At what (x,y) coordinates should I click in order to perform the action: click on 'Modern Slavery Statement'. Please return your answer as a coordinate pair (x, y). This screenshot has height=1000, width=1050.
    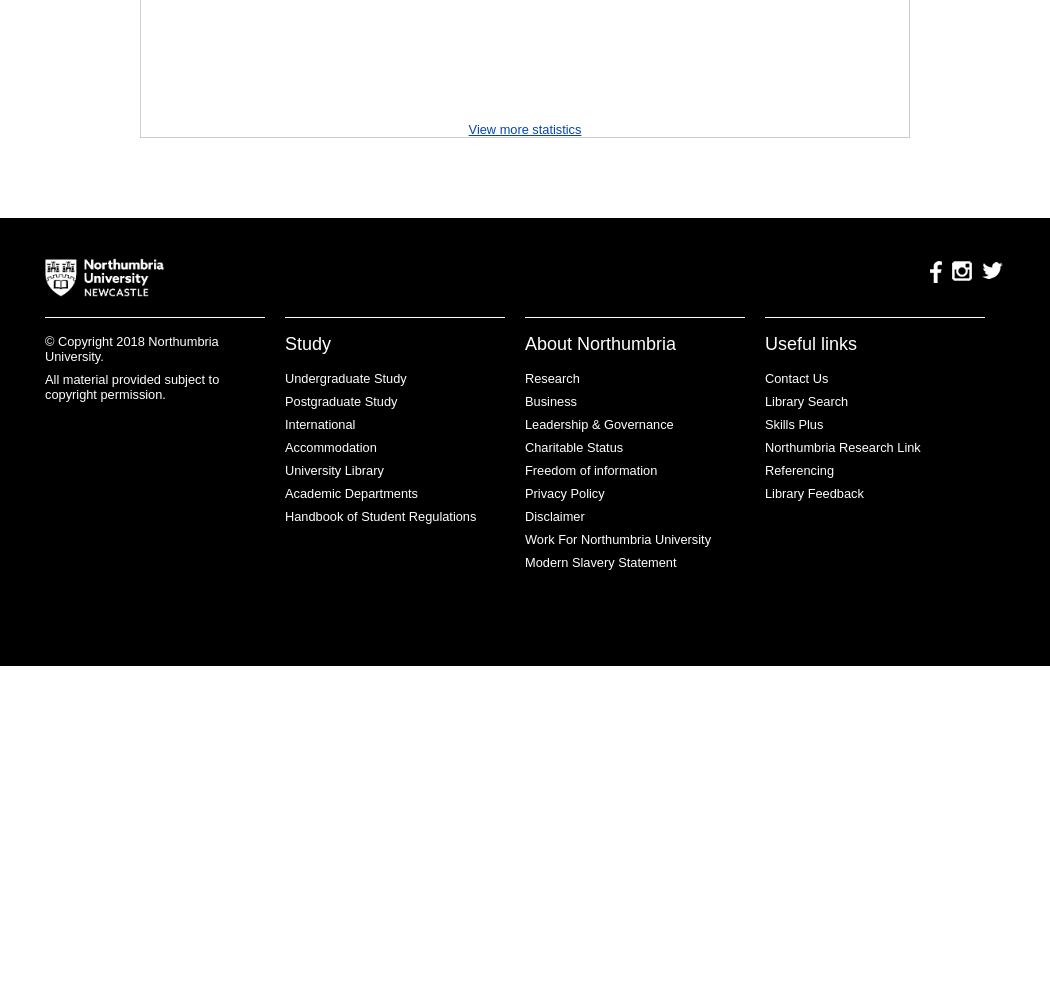
    Looking at the image, I should click on (600, 562).